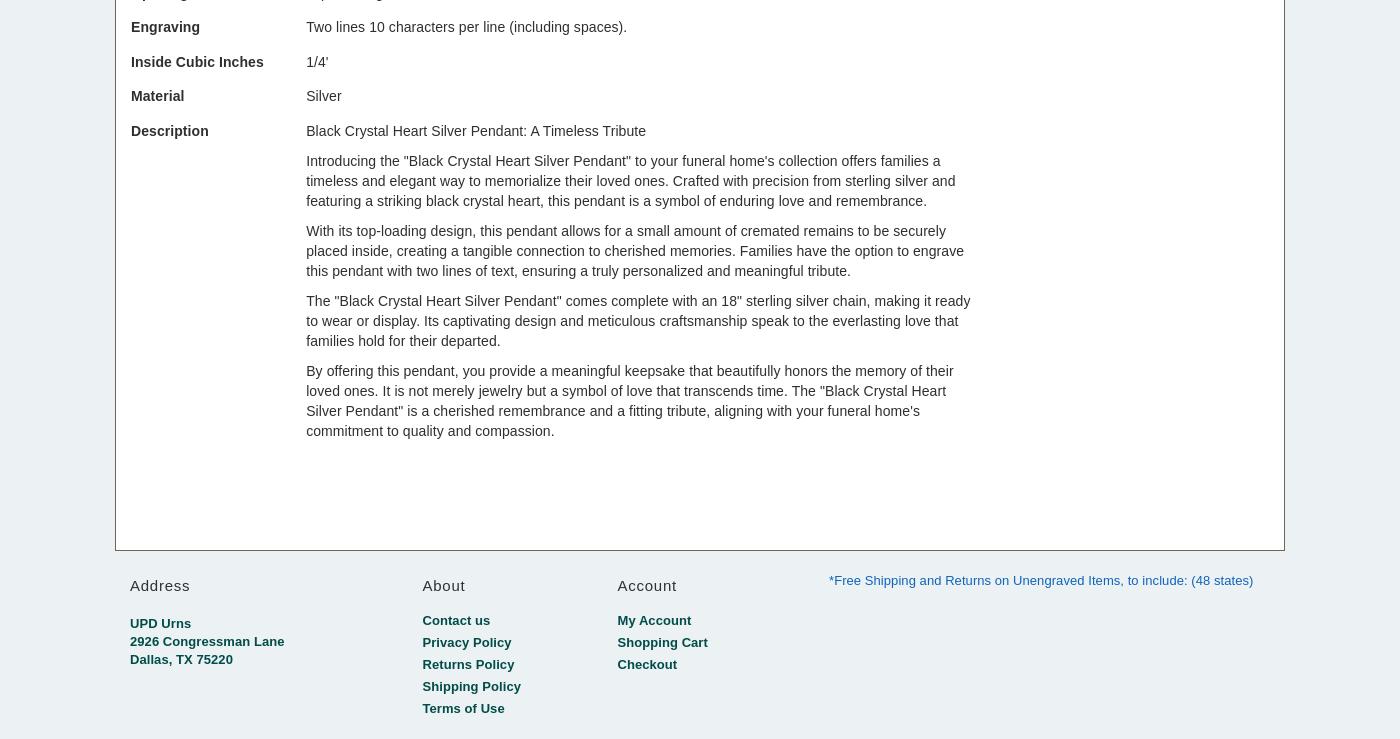 This screenshot has height=739, width=1400. I want to click on 'Black Crystal Heart Silver Pendant: A Timeless Tribute', so click(306, 129).